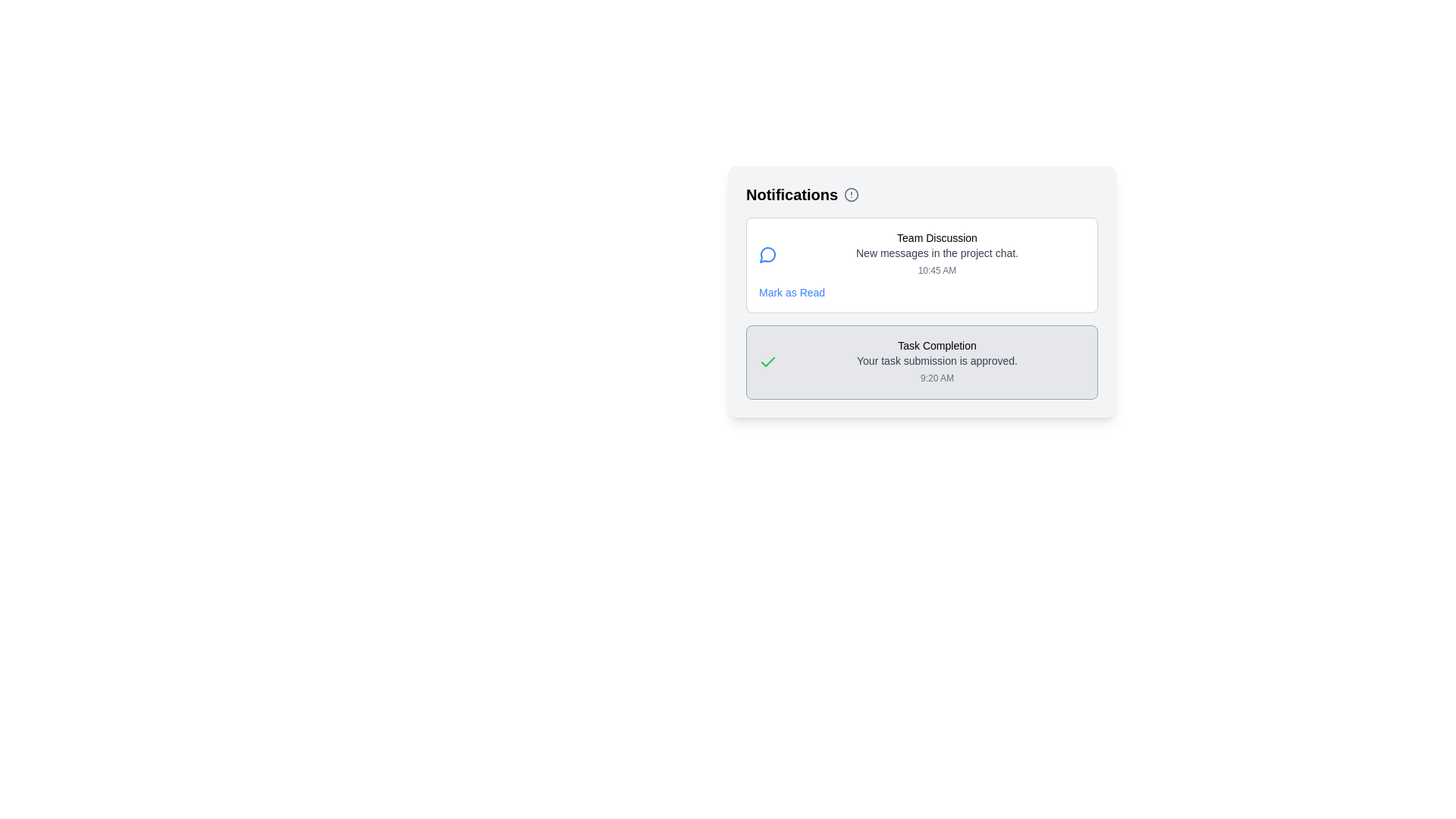  Describe the element at coordinates (937, 253) in the screenshot. I see `the static text that reads 'New messages in the project chat.', which is styled in a smaller font size and subdued gray color, located beneath the title 'Team Discussion'` at that location.